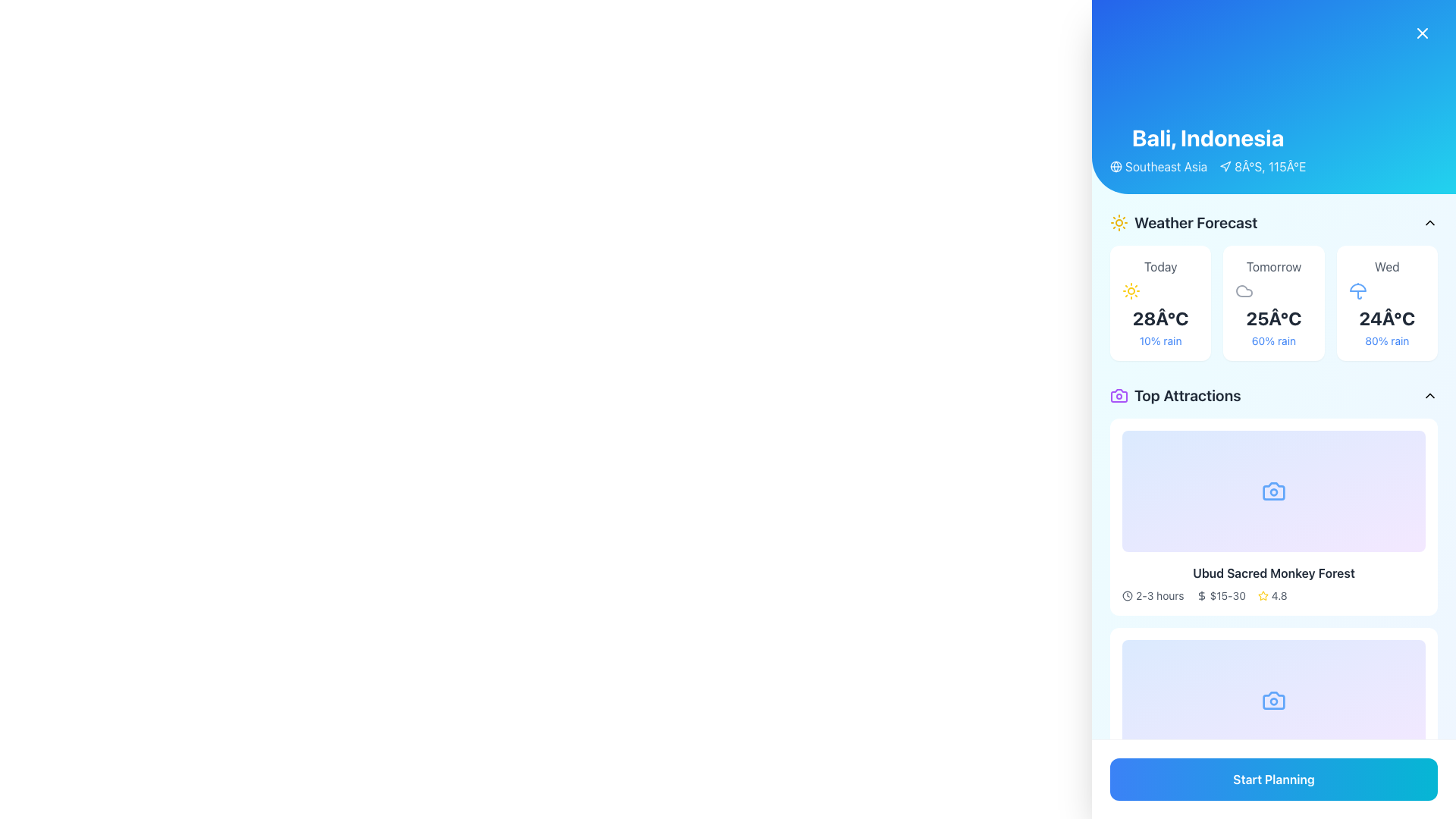  What do you see at coordinates (1159, 341) in the screenshot?
I see `the informational text about the likelihood of rain located under the temperature value '28°C' in the 'Today' weather card` at bounding box center [1159, 341].